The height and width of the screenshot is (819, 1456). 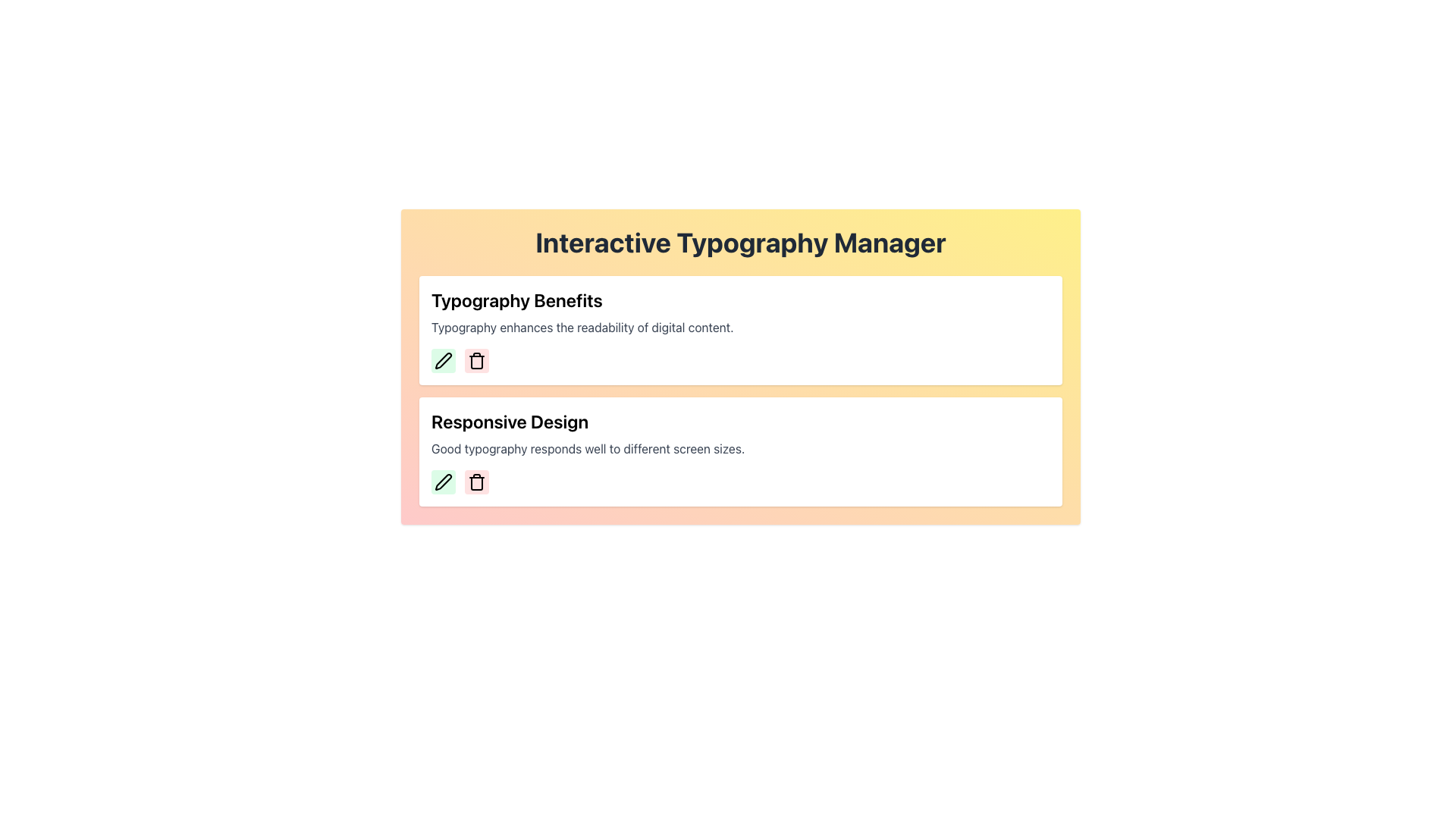 What do you see at coordinates (475, 482) in the screenshot?
I see `the second button with a trash can icon, located to the right of the green pencil button, to change its background shade` at bounding box center [475, 482].